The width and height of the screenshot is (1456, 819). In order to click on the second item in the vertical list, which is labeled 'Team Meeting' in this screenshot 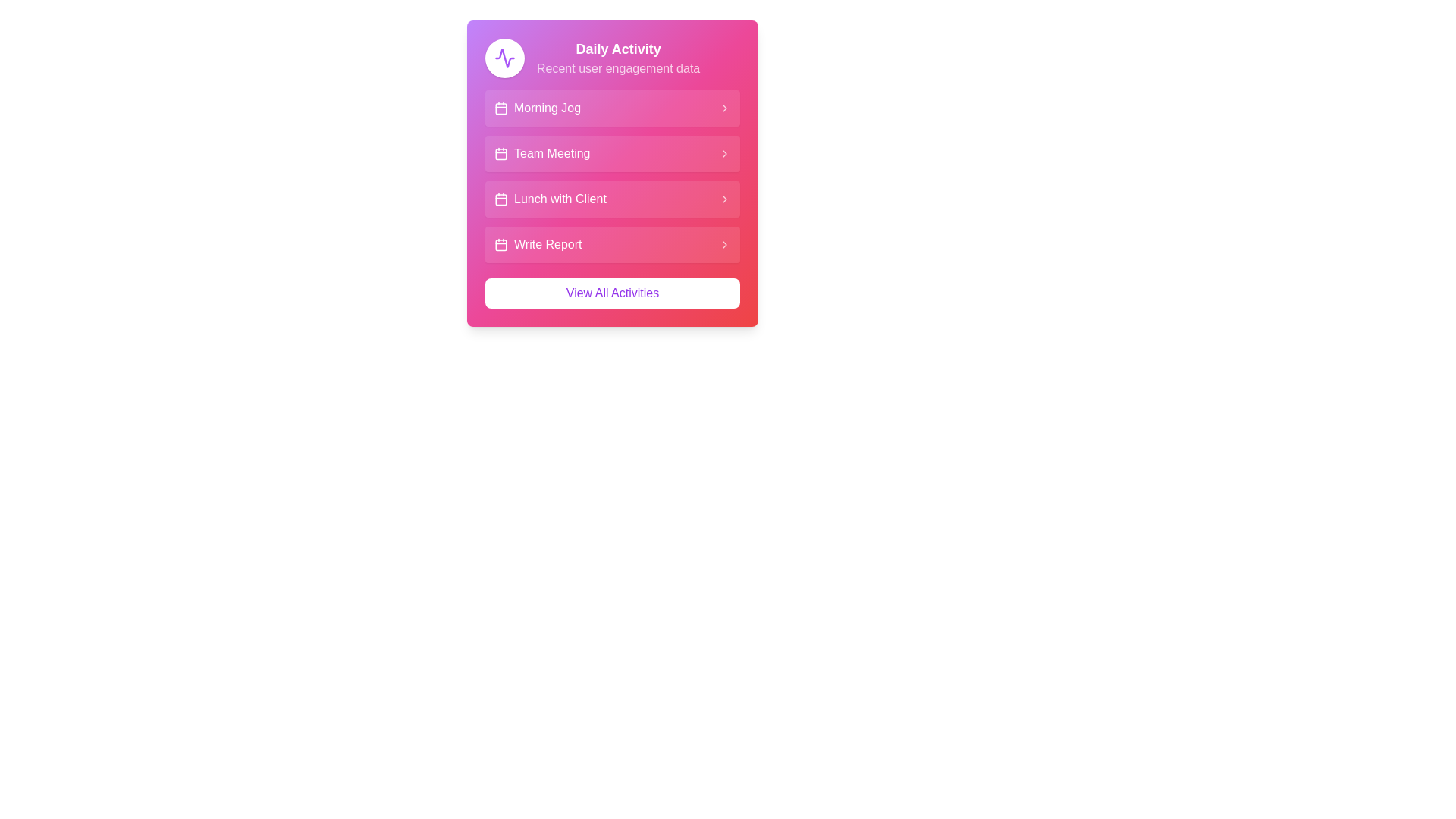, I will do `click(612, 154)`.